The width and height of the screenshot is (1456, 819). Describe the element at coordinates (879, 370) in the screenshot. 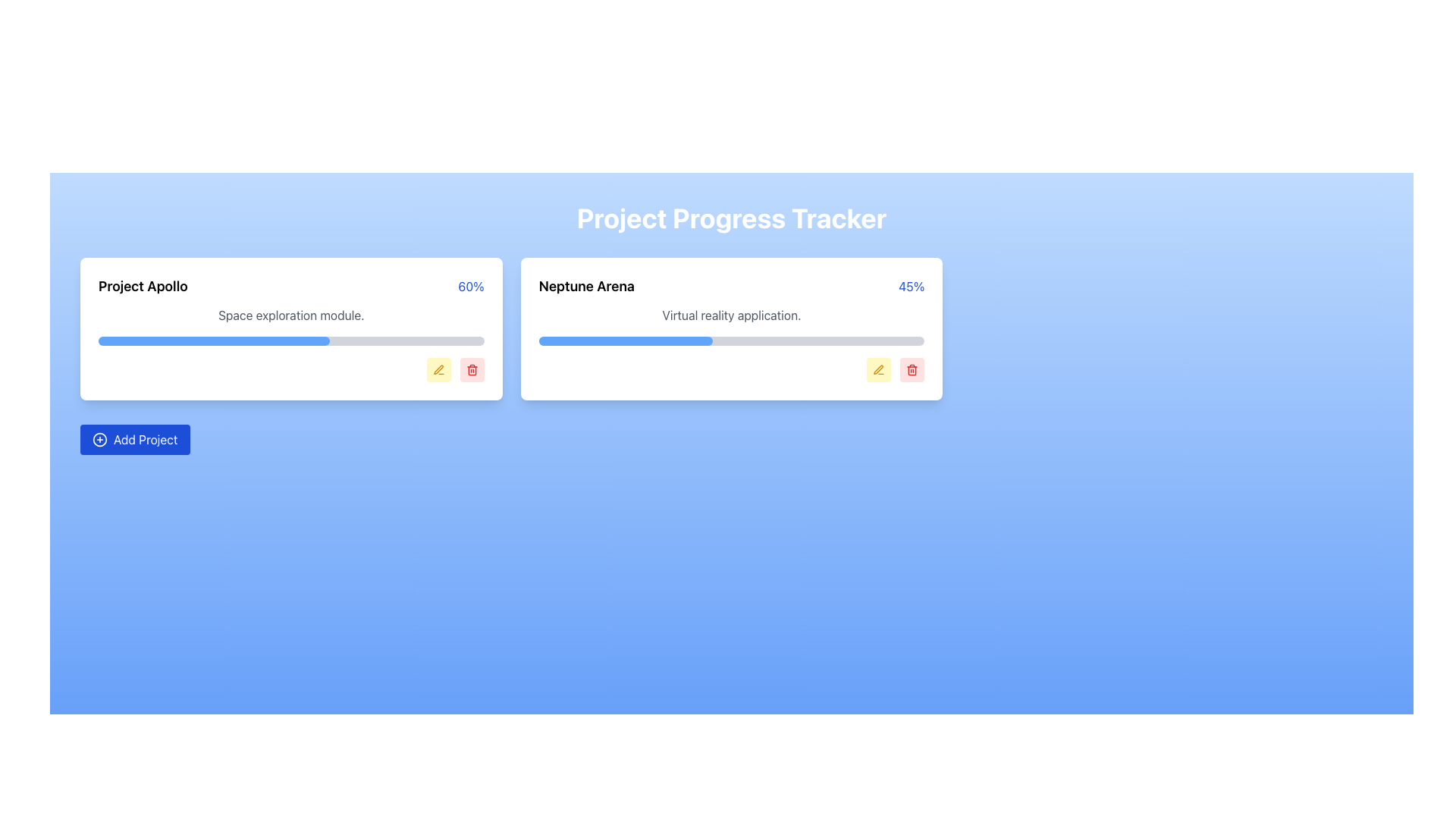

I see `the 'Edit' button represented by a pencil icon located in the bottom-right section of the 'Neptune Arena' card to initiate editing` at that location.